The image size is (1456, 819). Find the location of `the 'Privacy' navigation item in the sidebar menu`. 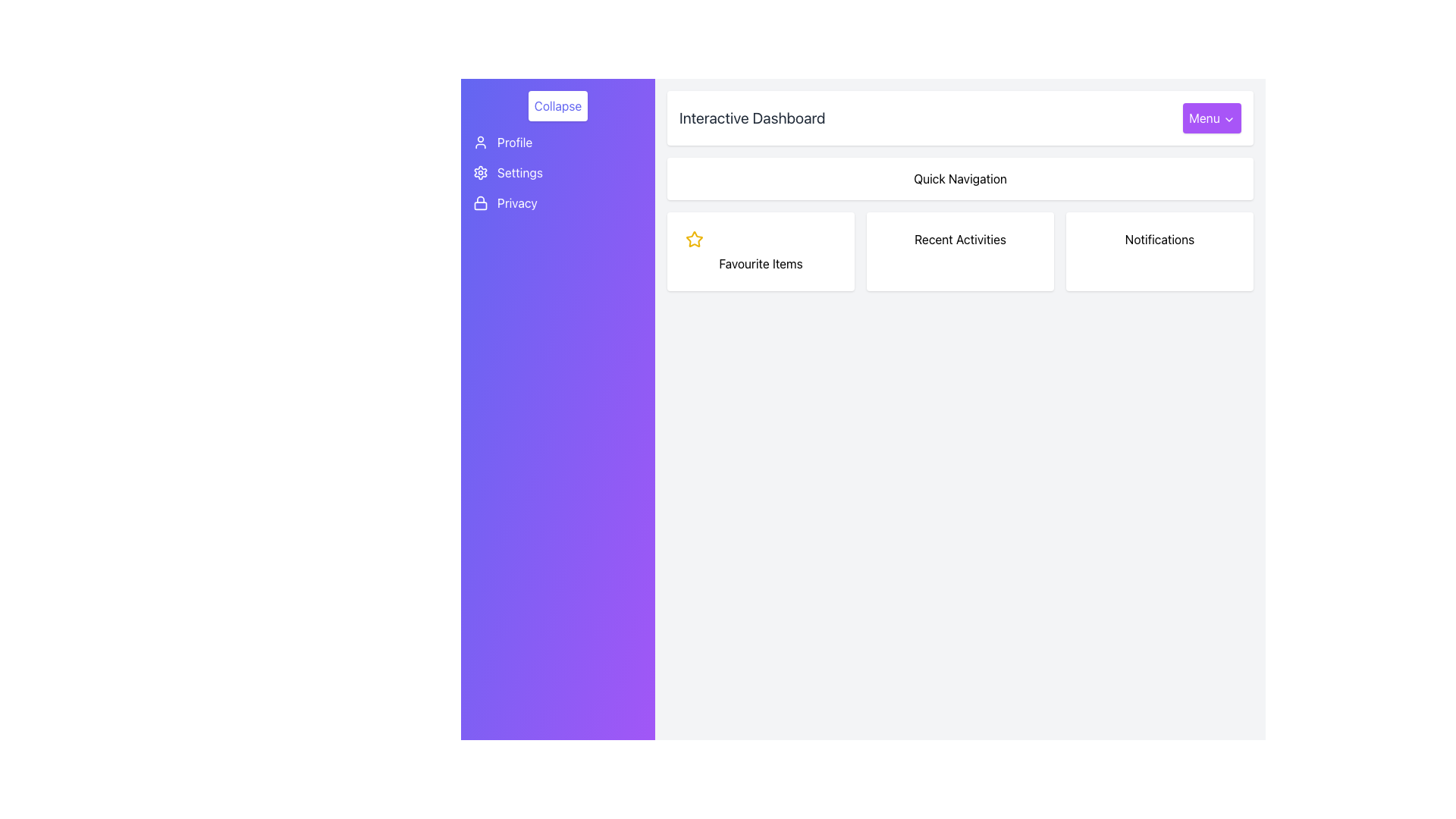

the 'Privacy' navigation item in the sidebar menu is located at coordinates (557, 202).